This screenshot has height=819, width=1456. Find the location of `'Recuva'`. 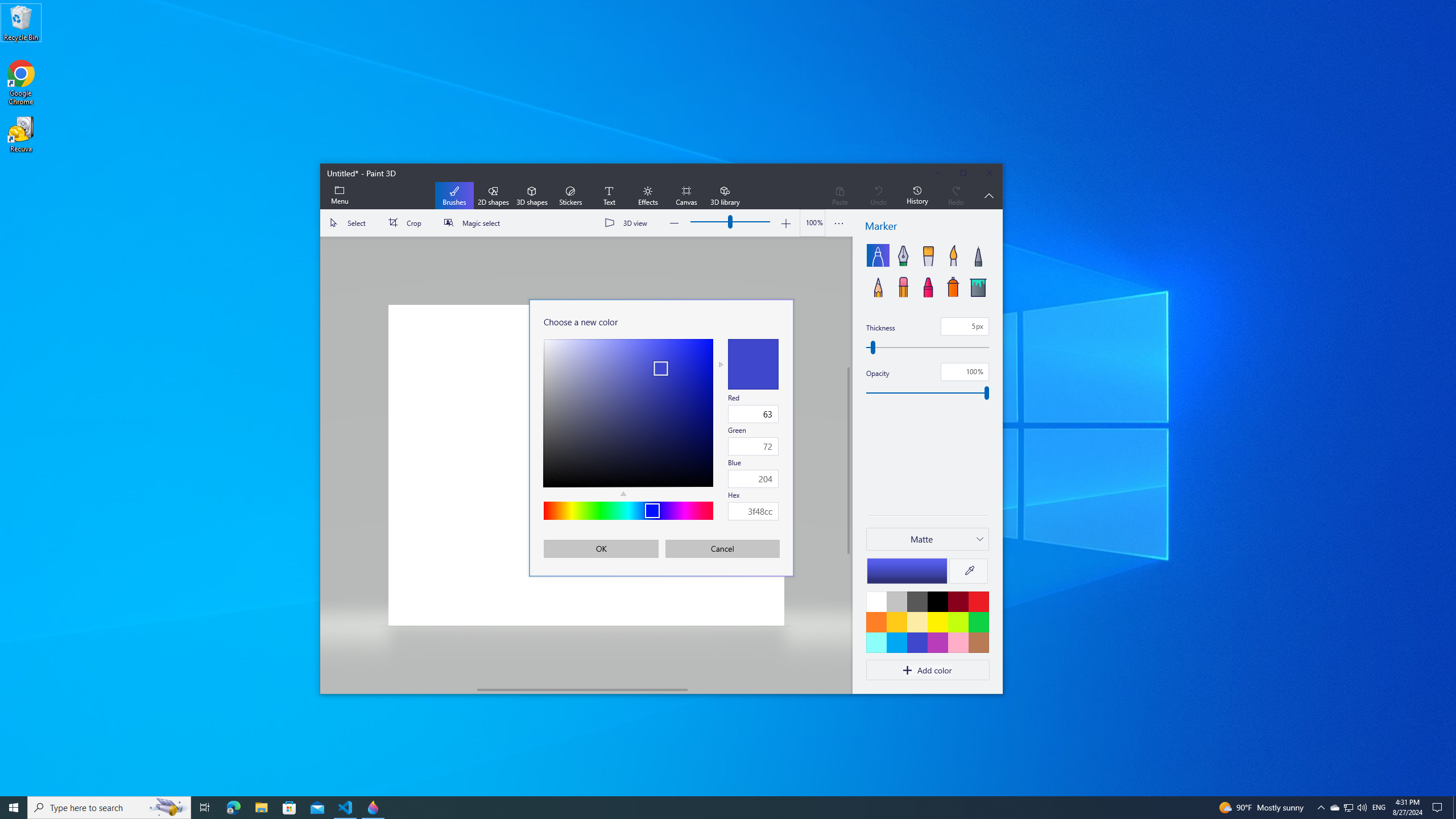

'Recuva' is located at coordinates (20, 134).